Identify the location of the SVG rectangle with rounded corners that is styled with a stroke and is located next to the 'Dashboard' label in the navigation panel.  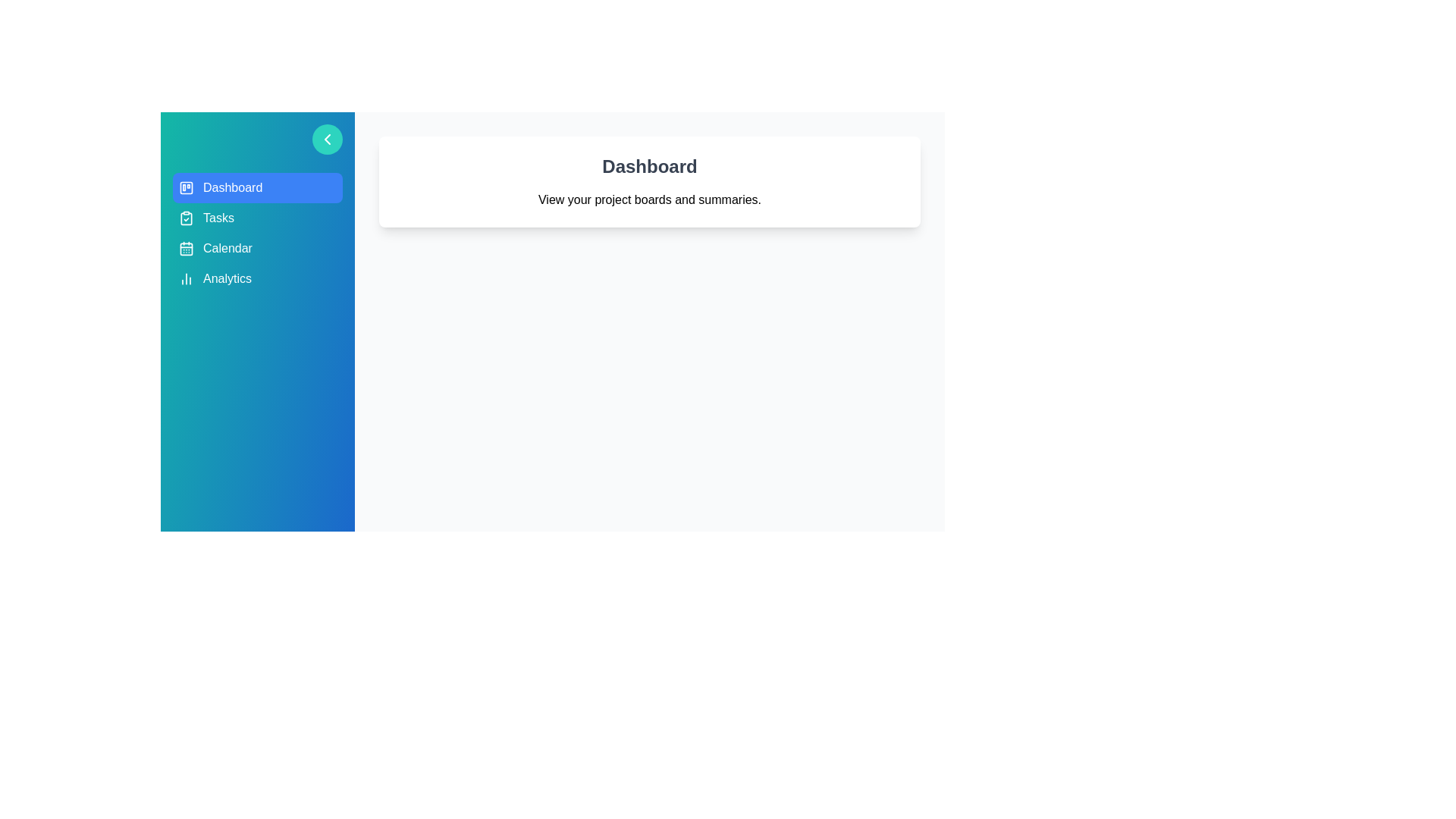
(185, 187).